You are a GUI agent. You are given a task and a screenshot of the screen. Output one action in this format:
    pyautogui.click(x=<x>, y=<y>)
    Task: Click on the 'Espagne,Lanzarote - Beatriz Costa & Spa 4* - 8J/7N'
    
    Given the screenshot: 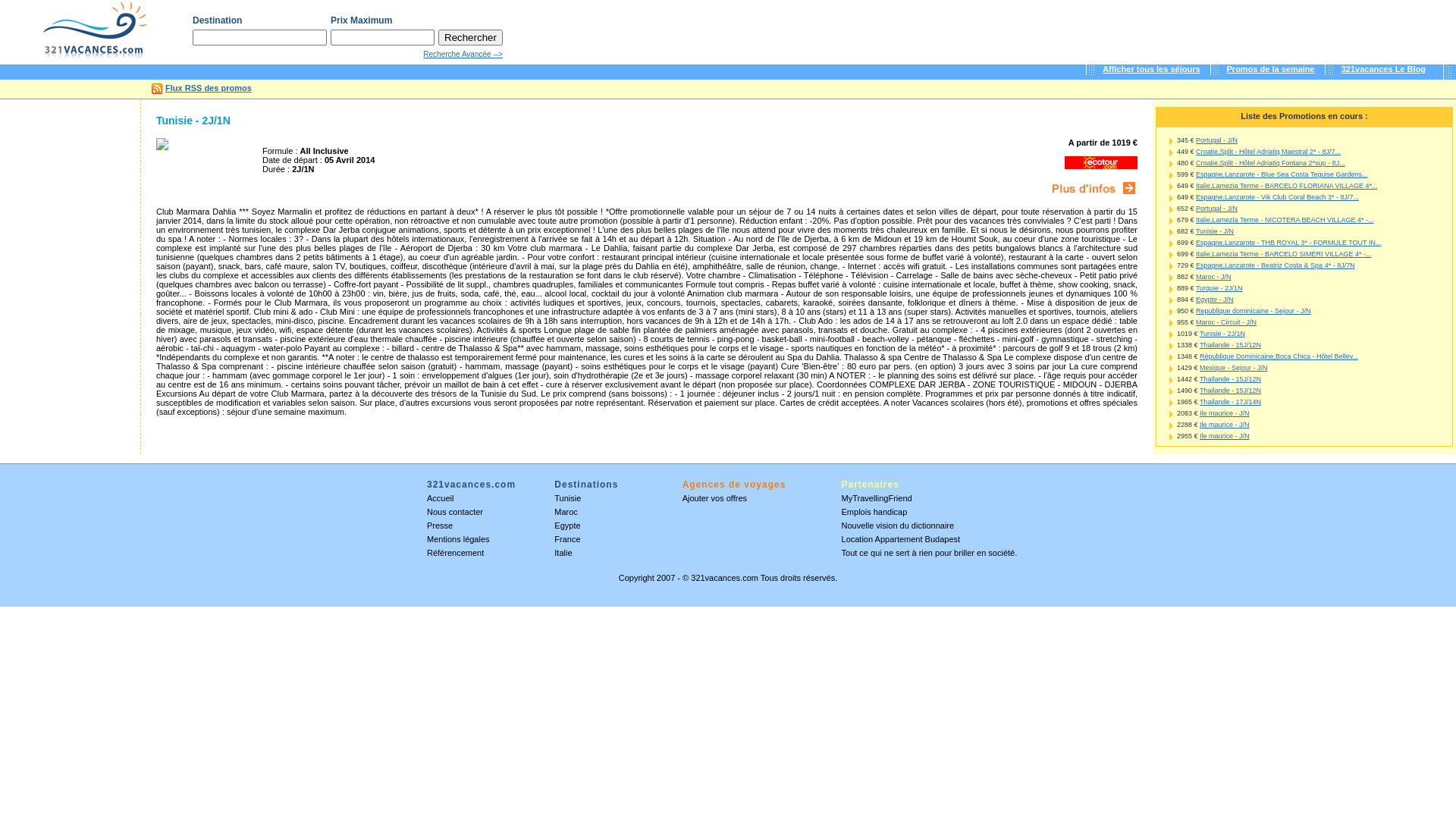 What is the action you would take?
    pyautogui.click(x=1274, y=265)
    